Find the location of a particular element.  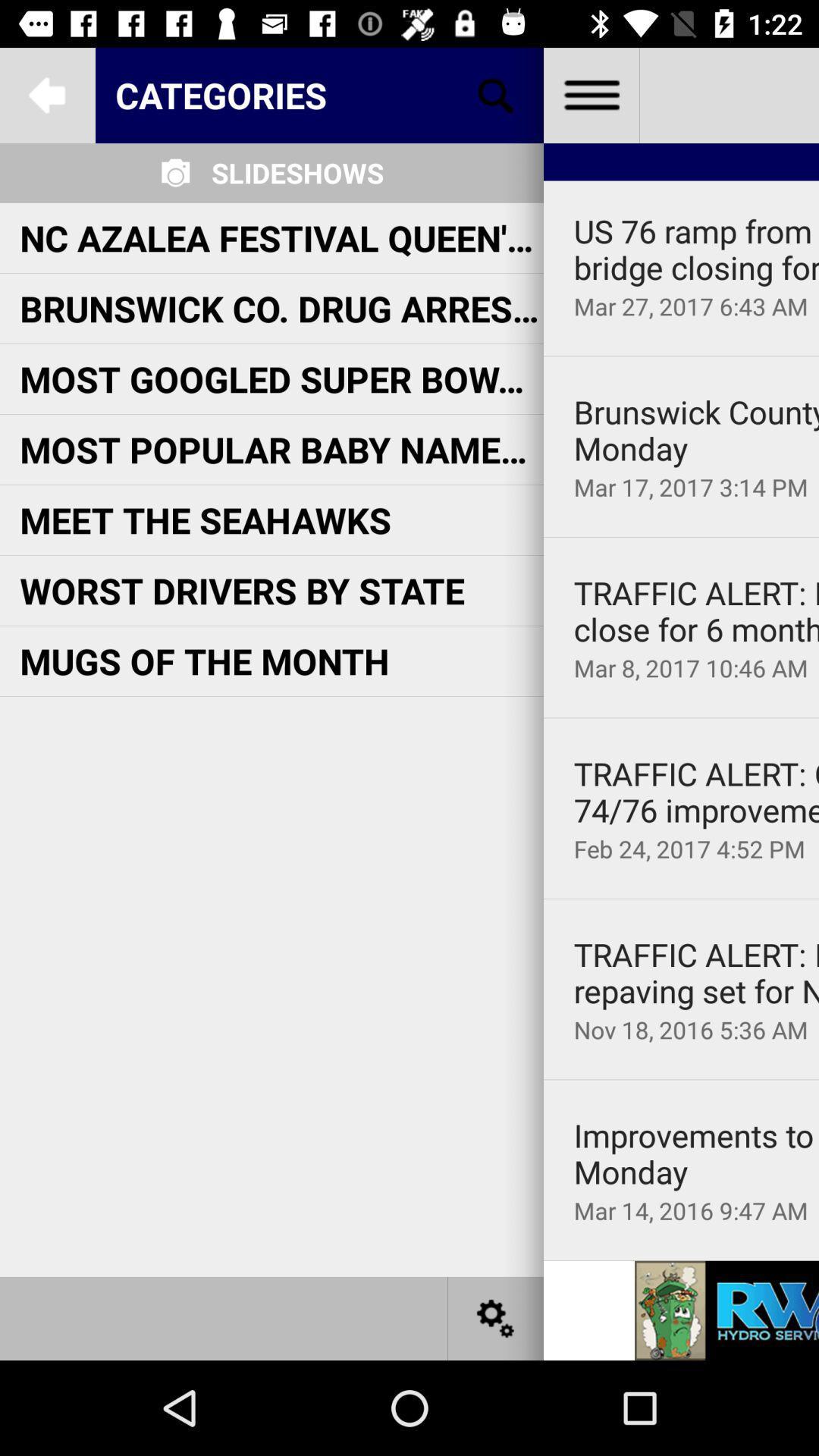

the settings icon is located at coordinates (496, 1317).